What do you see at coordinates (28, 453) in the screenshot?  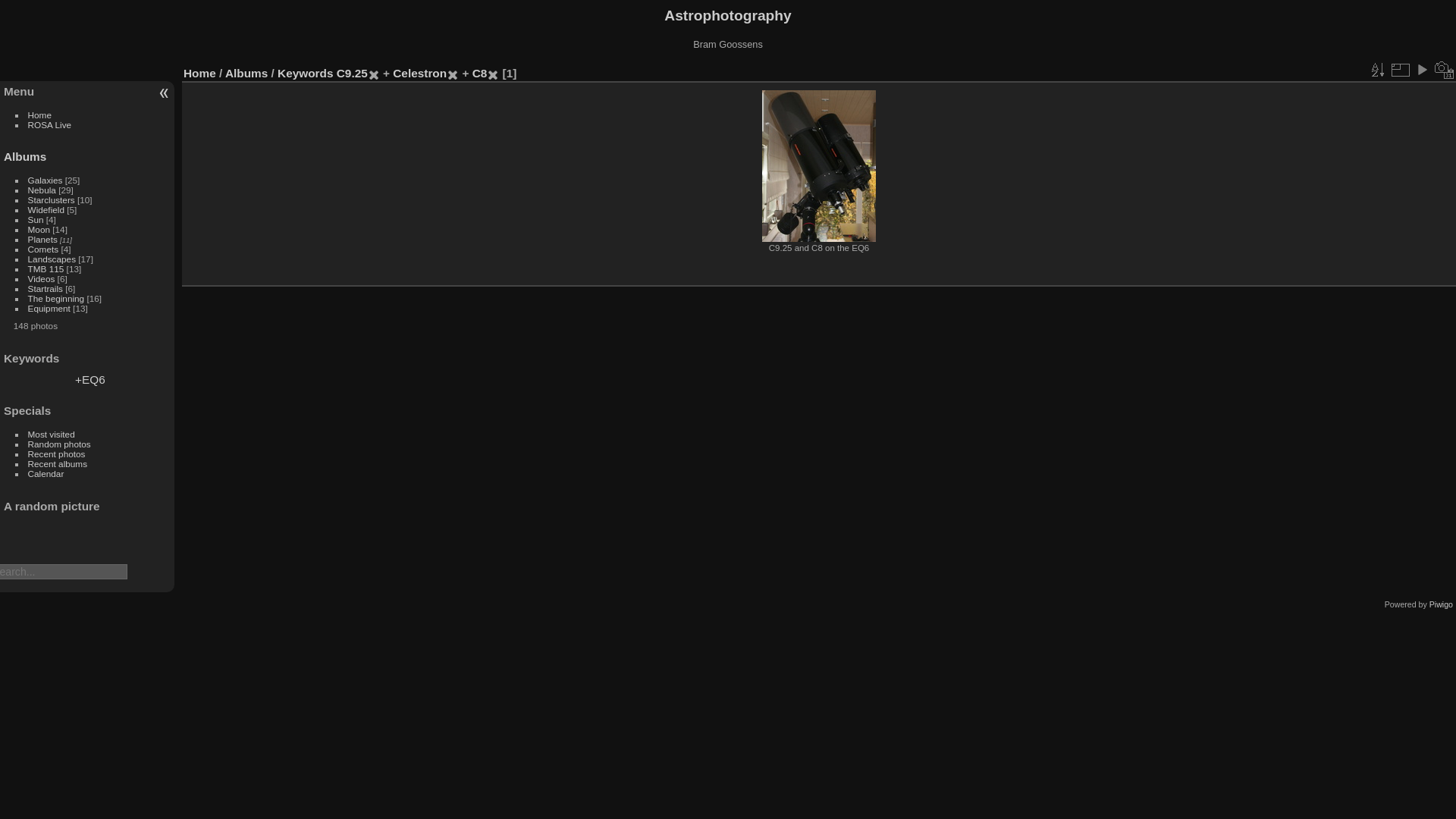 I see `'Recent photos'` at bounding box center [28, 453].